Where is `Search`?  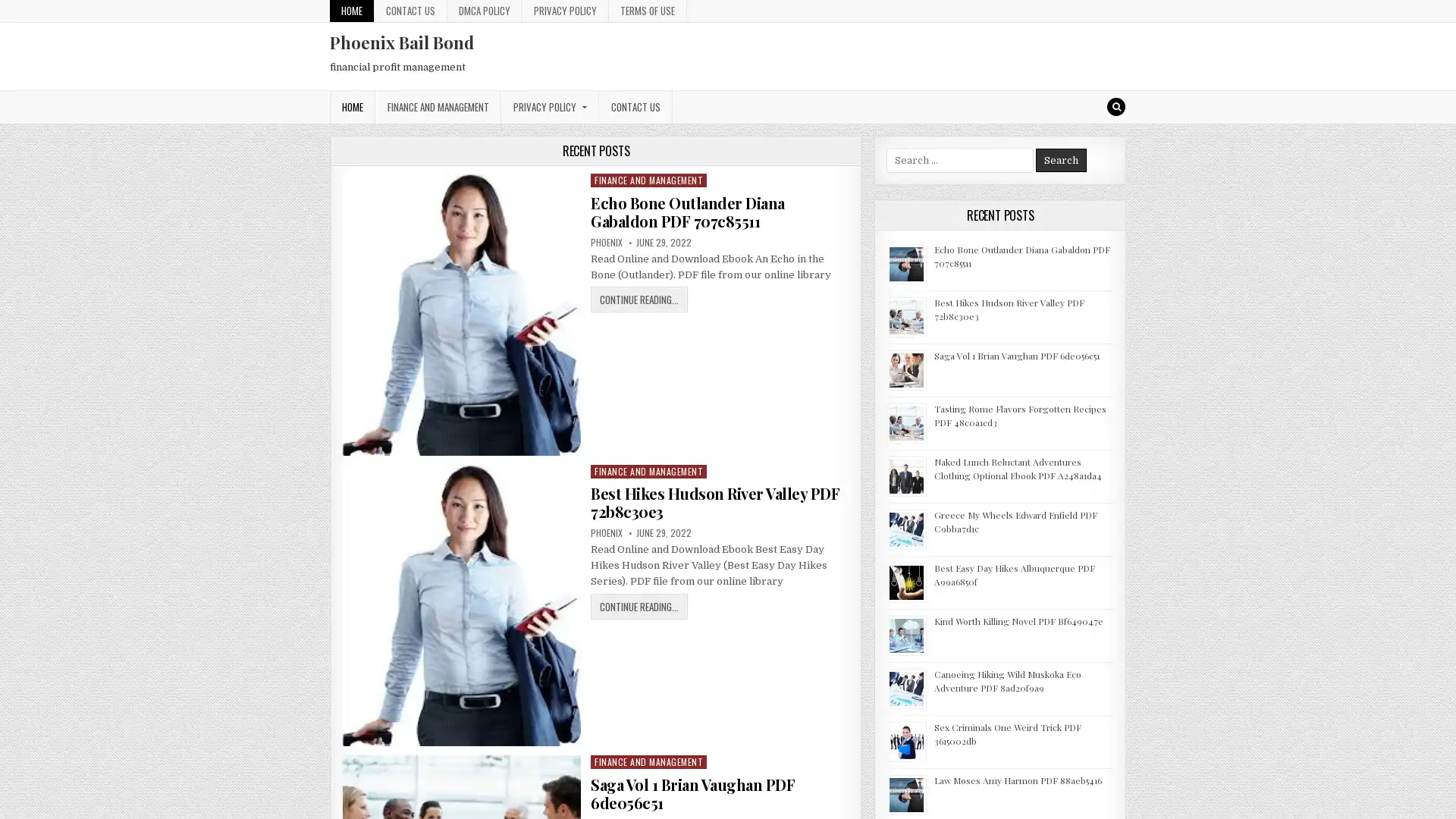
Search is located at coordinates (1060, 160).